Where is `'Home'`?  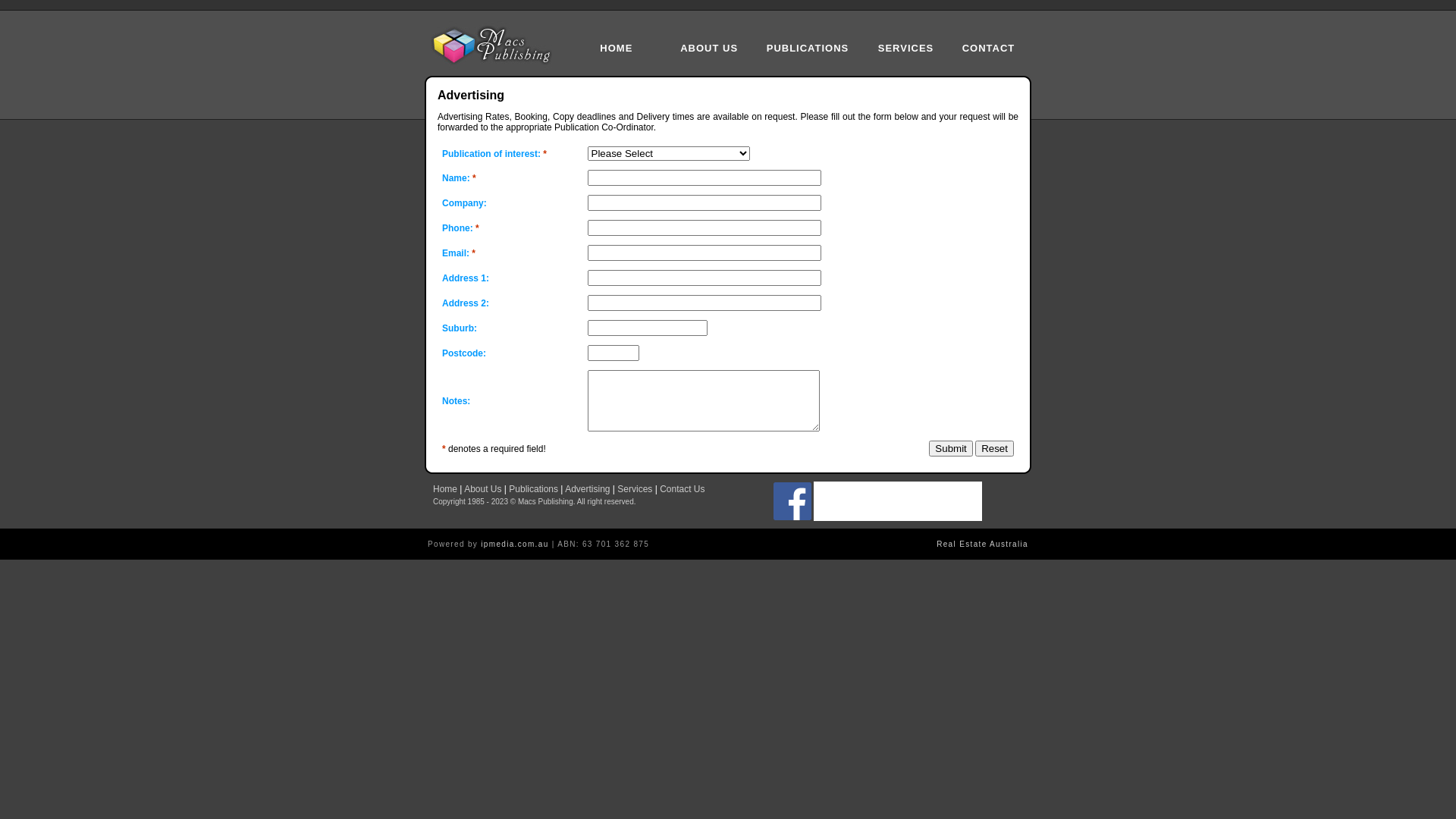 'Home' is located at coordinates (444, 488).